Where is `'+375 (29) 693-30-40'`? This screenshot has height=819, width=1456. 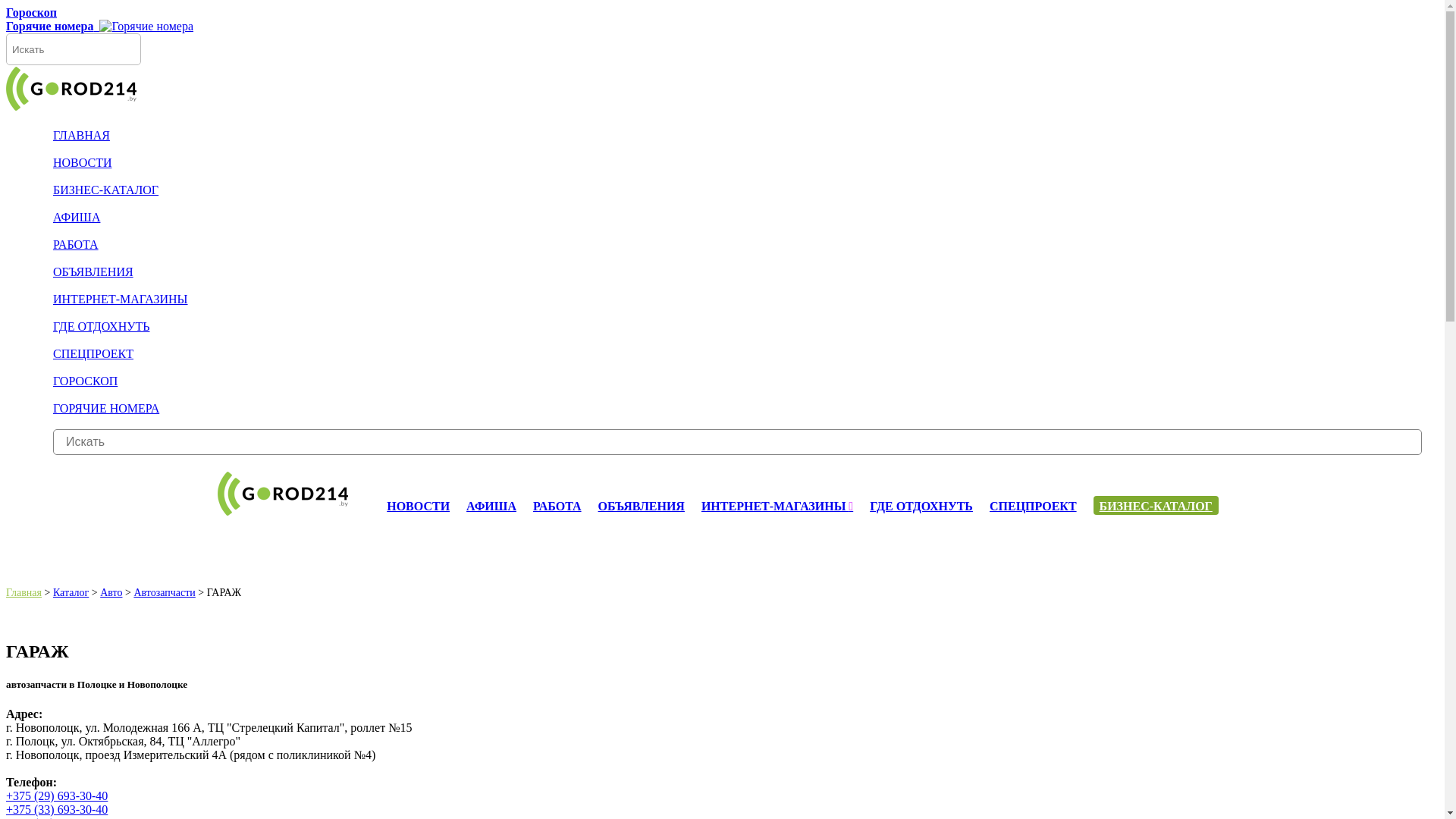 '+375 (29) 693-30-40' is located at coordinates (57, 795).